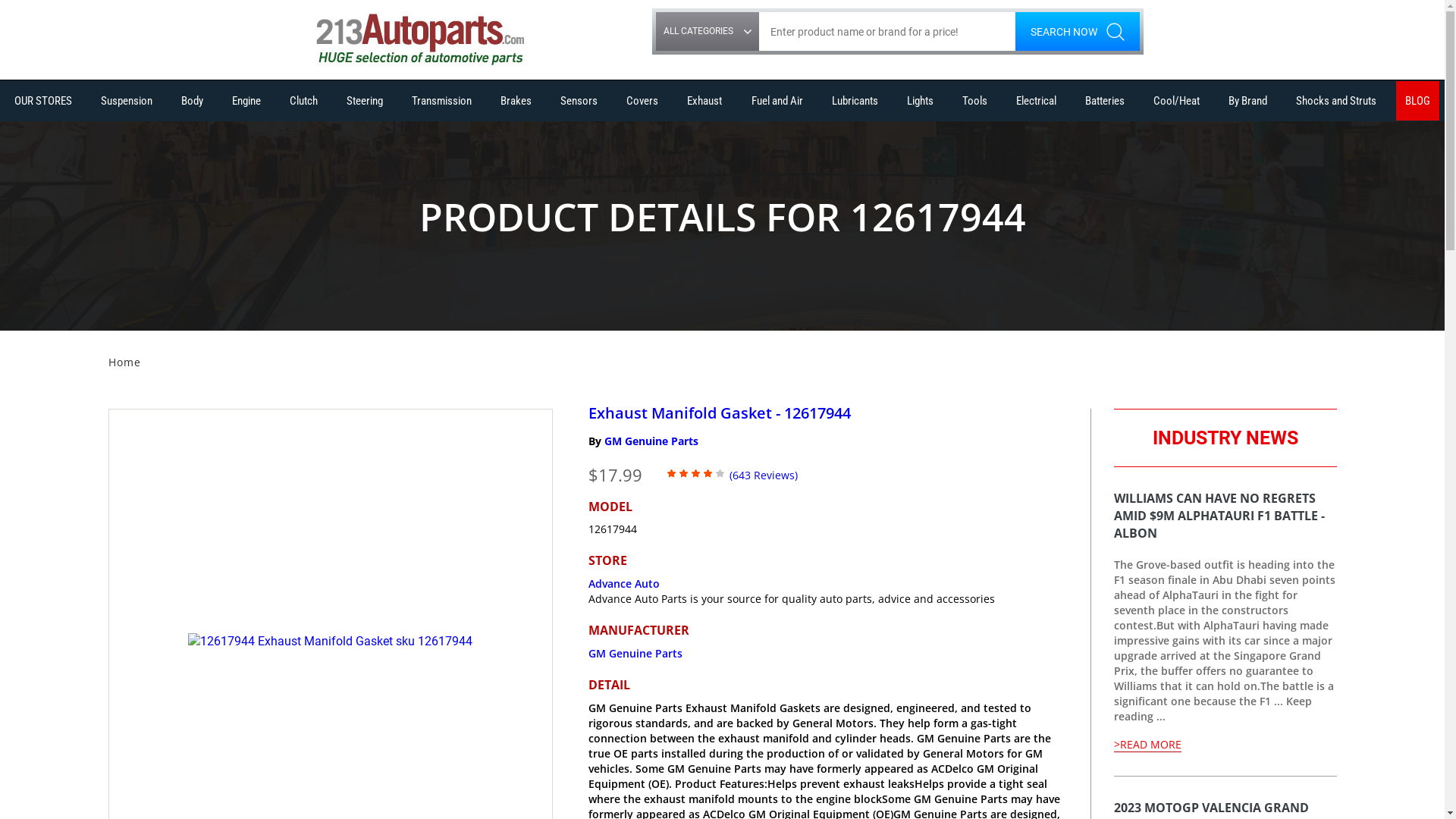 This screenshot has height=819, width=1456. What do you see at coordinates (124, 362) in the screenshot?
I see `'Home'` at bounding box center [124, 362].